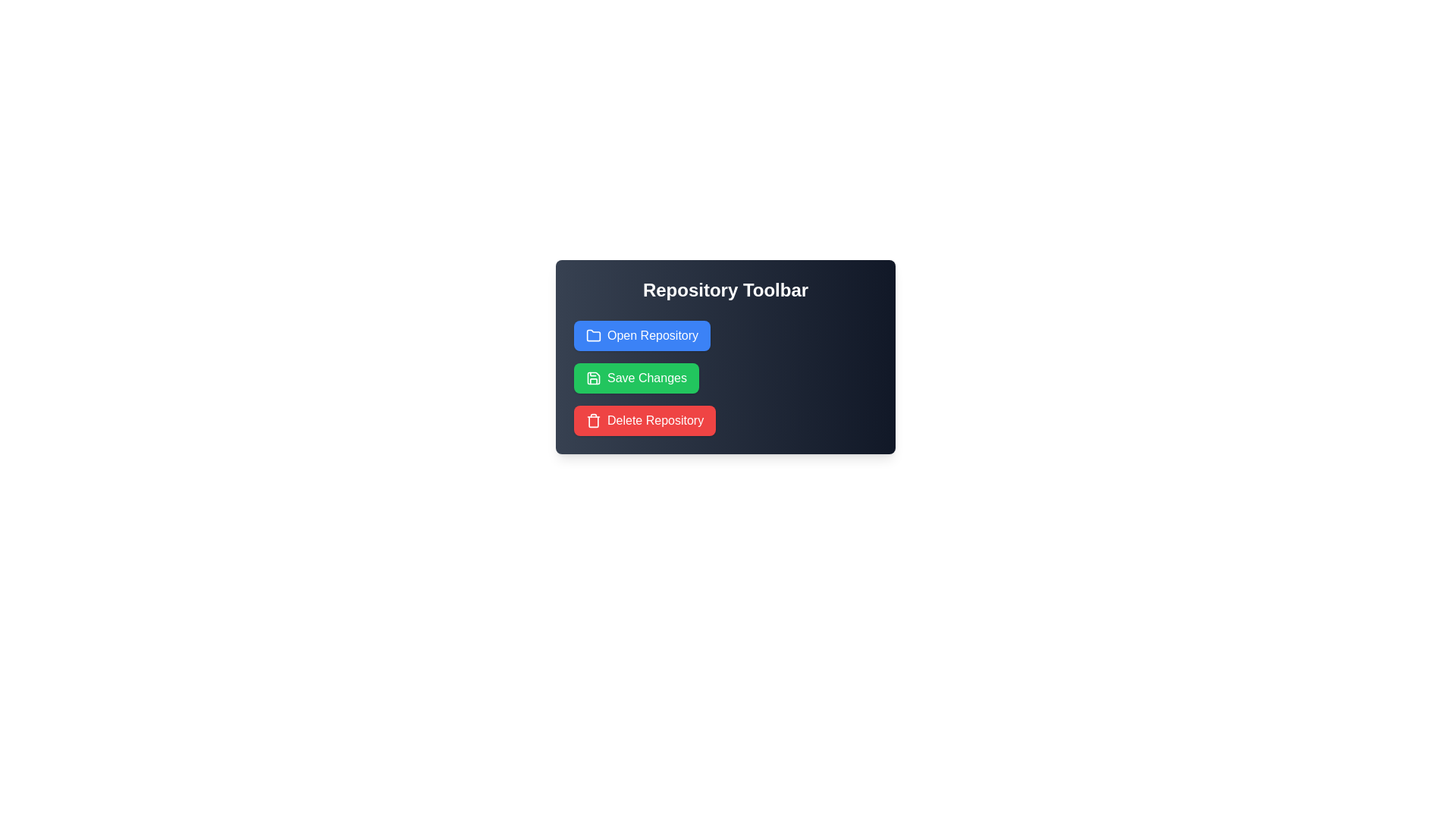 The height and width of the screenshot is (819, 1456). Describe the element at coordinates (642, 335) in the screenshot. I see `the blue, rounded rectangular button labeled 'Open Repository' located at the top of the 'Repository Toolbar' section` at that location.